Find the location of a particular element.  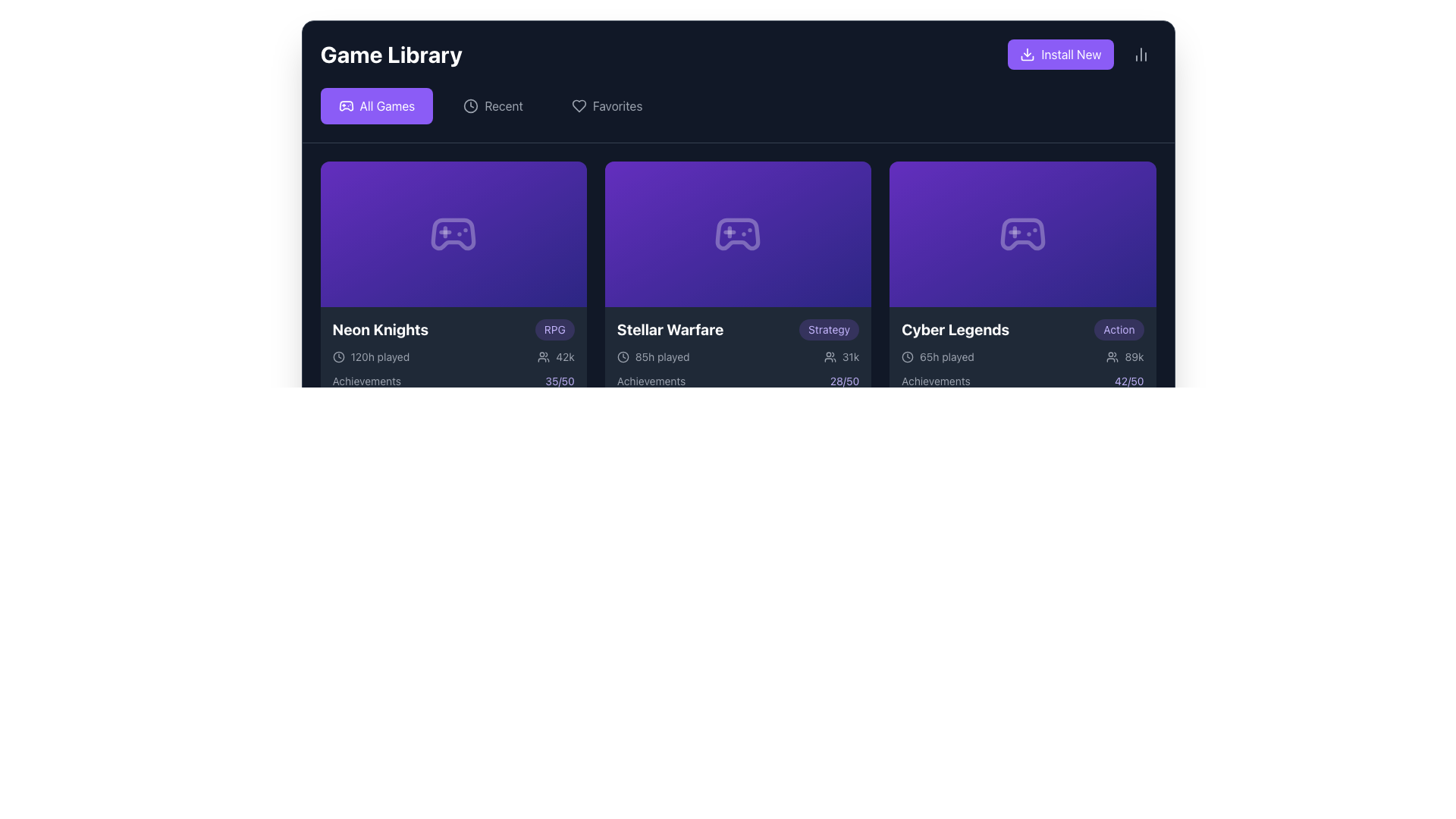

the text display component showing the user's achievements progress in the 'Stellar Warfare' game, located in the 'Achievements' section of the second card is located at coordinates (843, 380).